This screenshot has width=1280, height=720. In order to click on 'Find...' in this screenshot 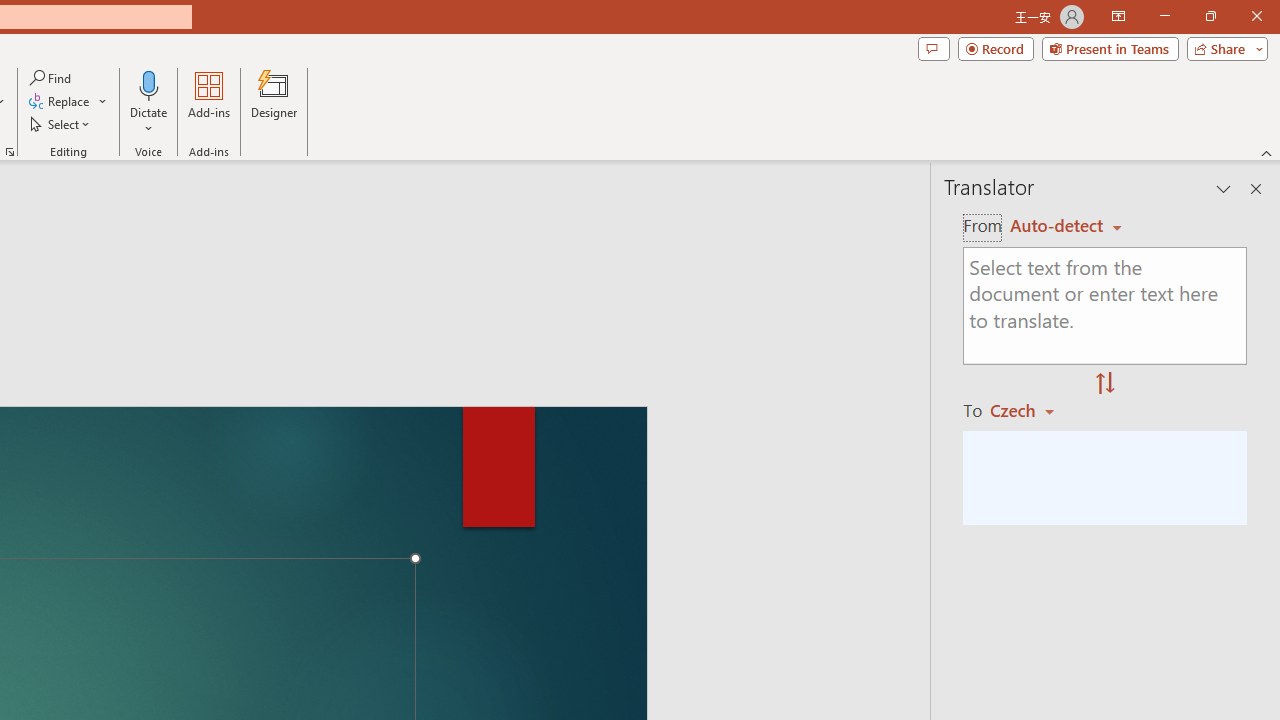, I will do `click(51, 77)`.